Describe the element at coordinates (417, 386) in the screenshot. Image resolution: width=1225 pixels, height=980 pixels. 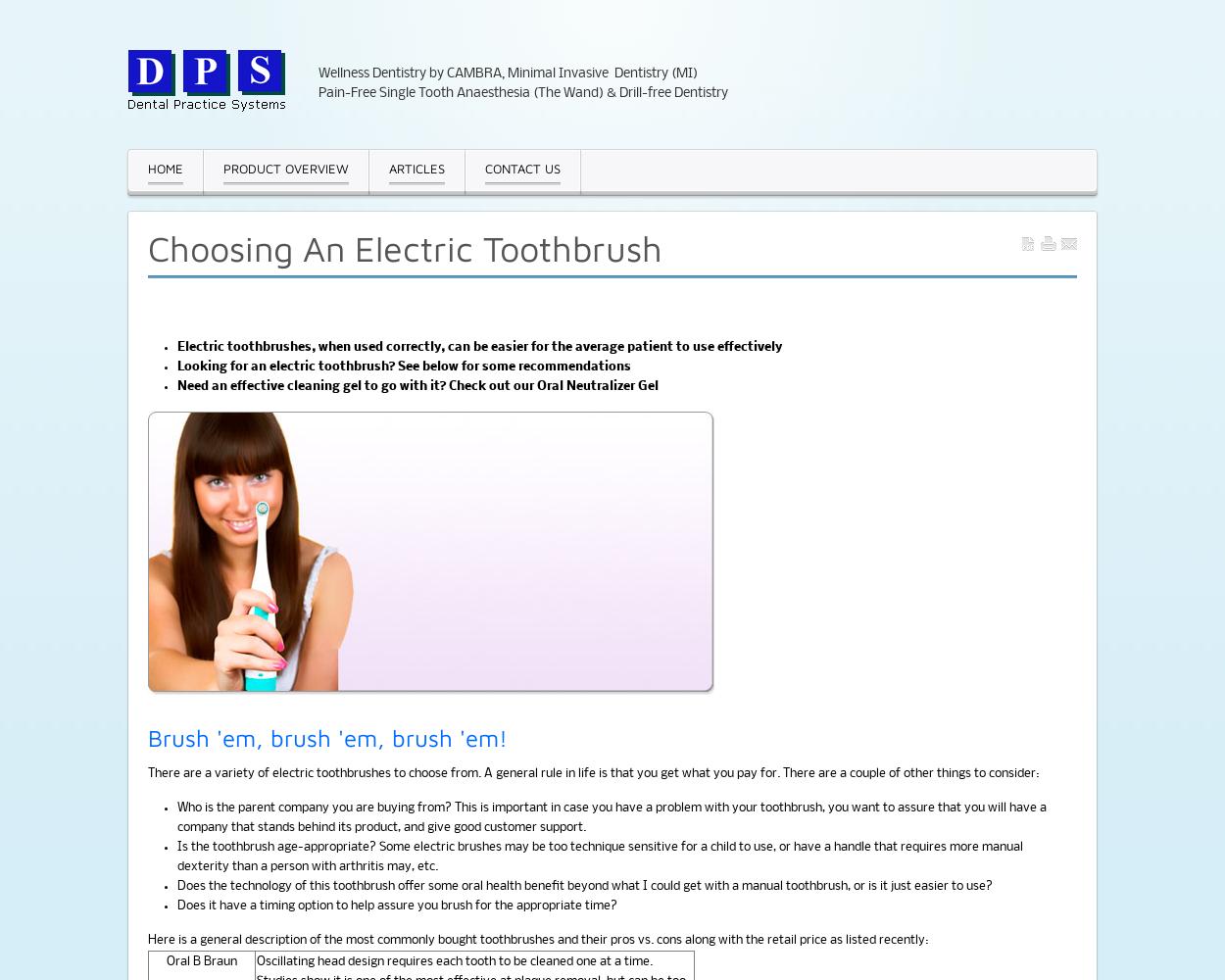
I see `'Need an effective cleaning gel to go with it? Check out our Oral Neutralizer Gel'` at that location.